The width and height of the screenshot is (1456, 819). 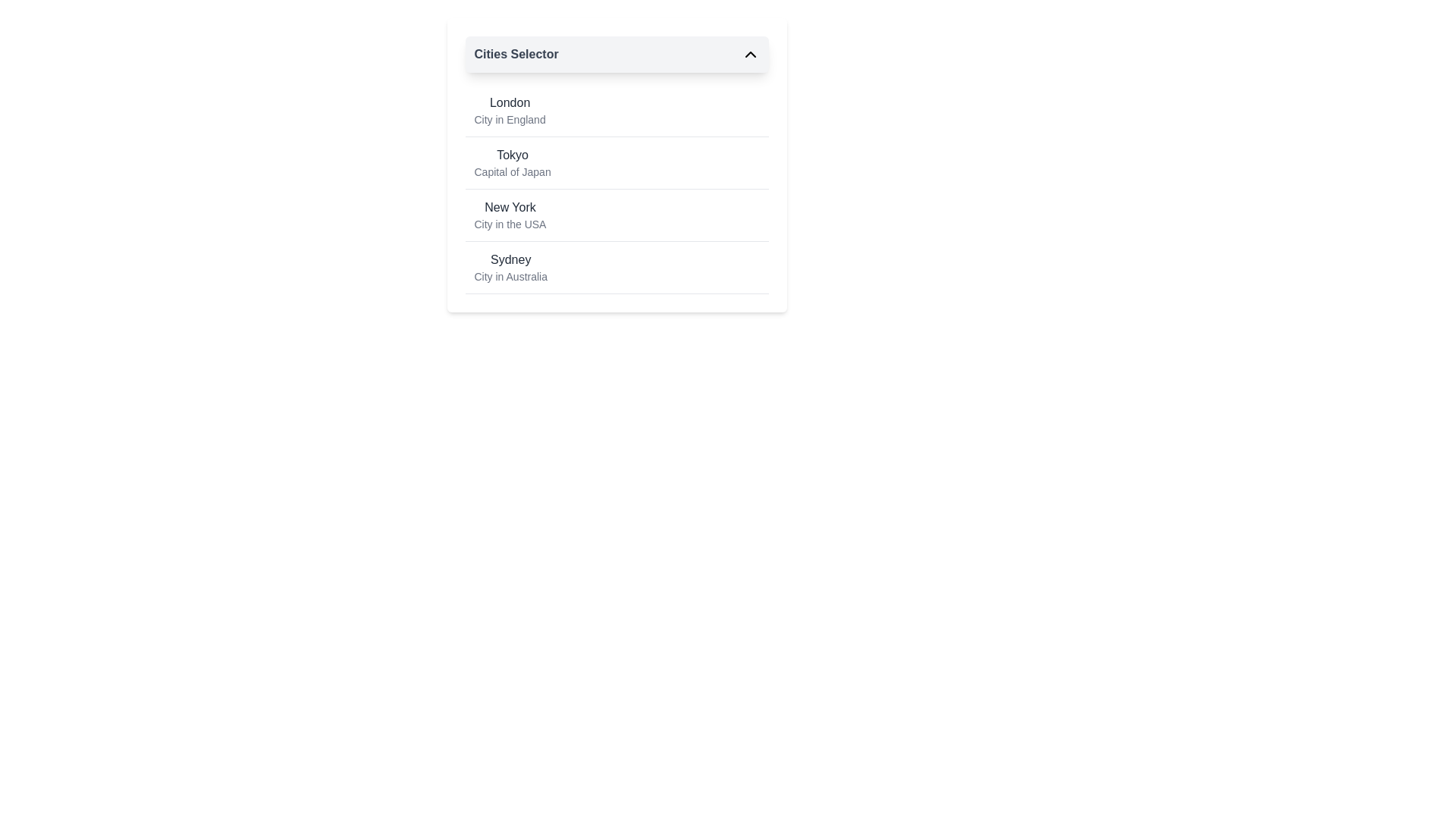 What do you see at coordinates (513, 155) in the screenshot?
I see `the text label reading 'Tokyo', which is styled in medium-bold gray font and is the top line in the second item of the 'Cities Selector' list` at bounding box center [513, 155].